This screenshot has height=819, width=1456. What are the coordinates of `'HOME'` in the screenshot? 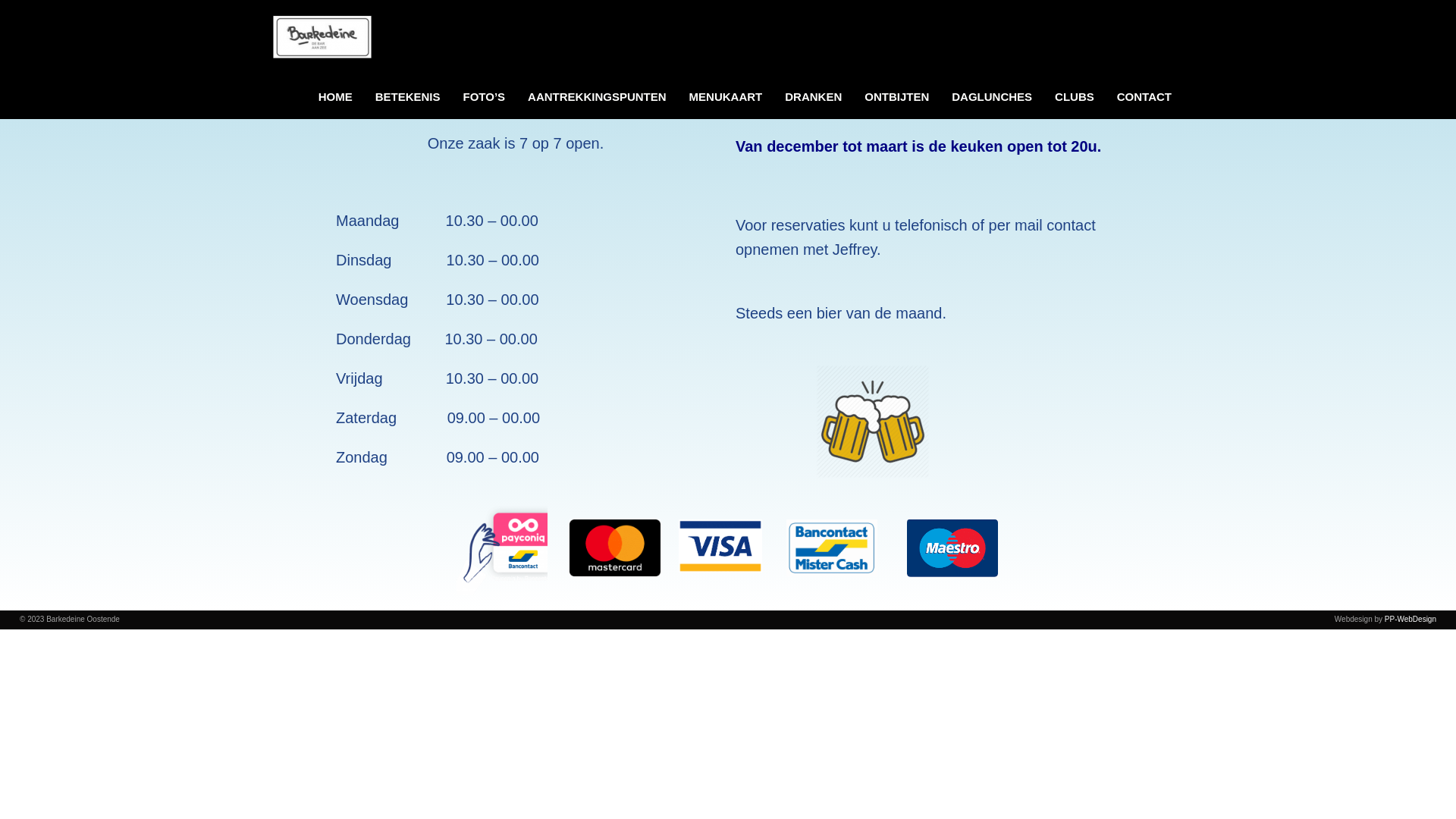 It's located at (334, 96).